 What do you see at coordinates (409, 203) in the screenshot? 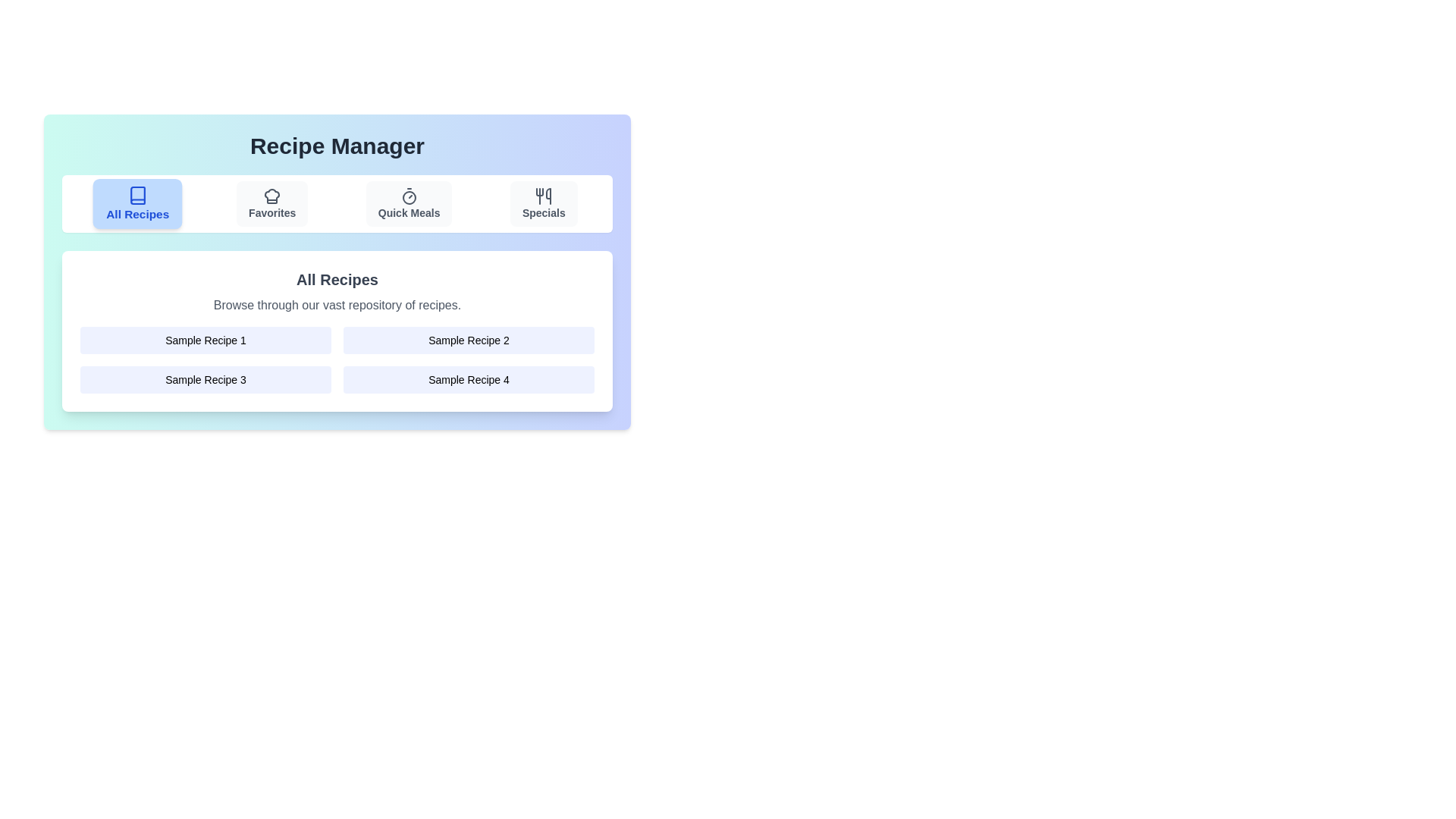
I see `the tab labeled Quick Meals to switch to it` at bounding box center [409, 203].